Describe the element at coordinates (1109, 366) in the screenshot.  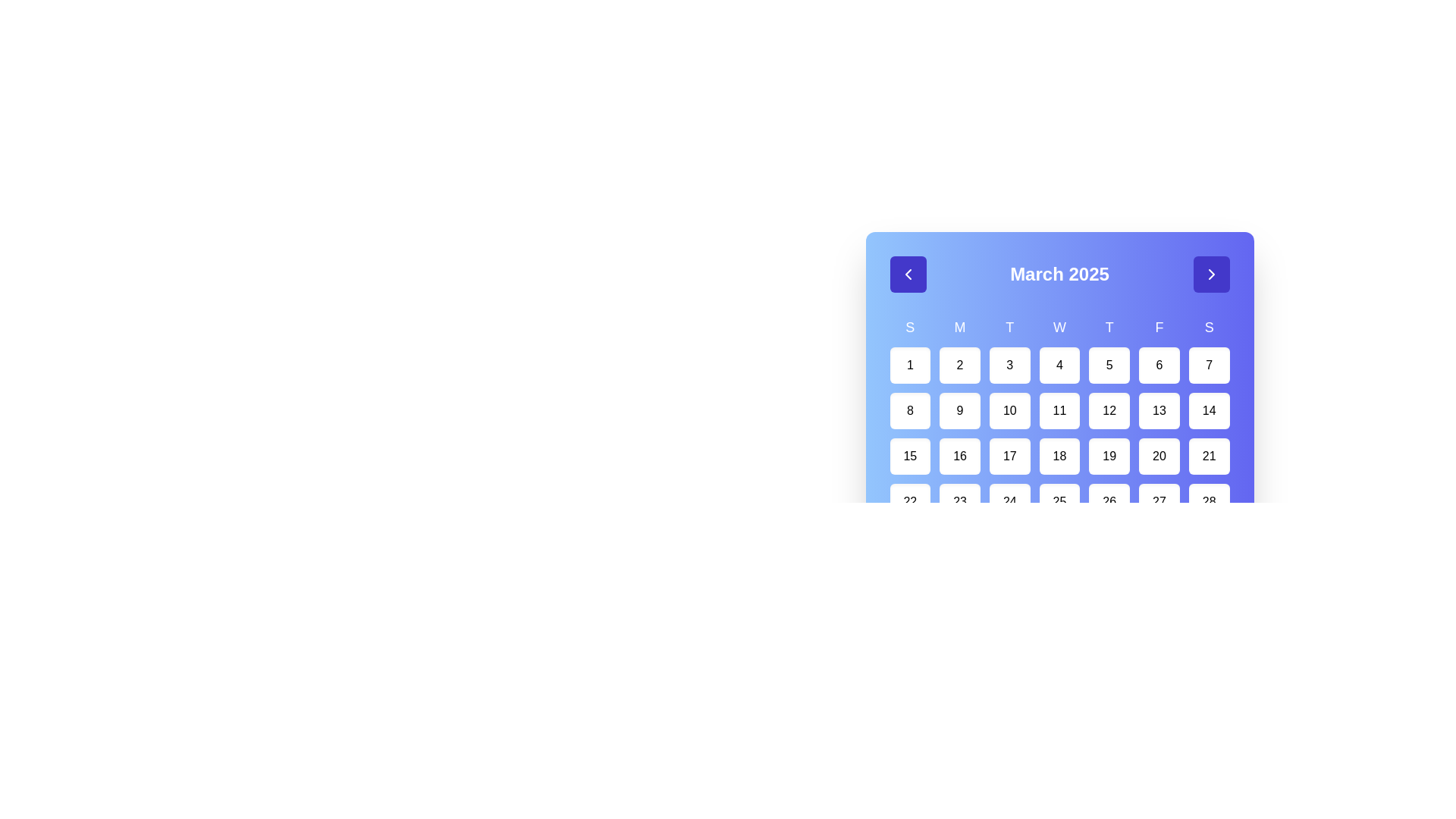
I see `the button displaying the number '5' in bold black text, located in the calendar grid under the column labeled 'F' for Friday` at that location.